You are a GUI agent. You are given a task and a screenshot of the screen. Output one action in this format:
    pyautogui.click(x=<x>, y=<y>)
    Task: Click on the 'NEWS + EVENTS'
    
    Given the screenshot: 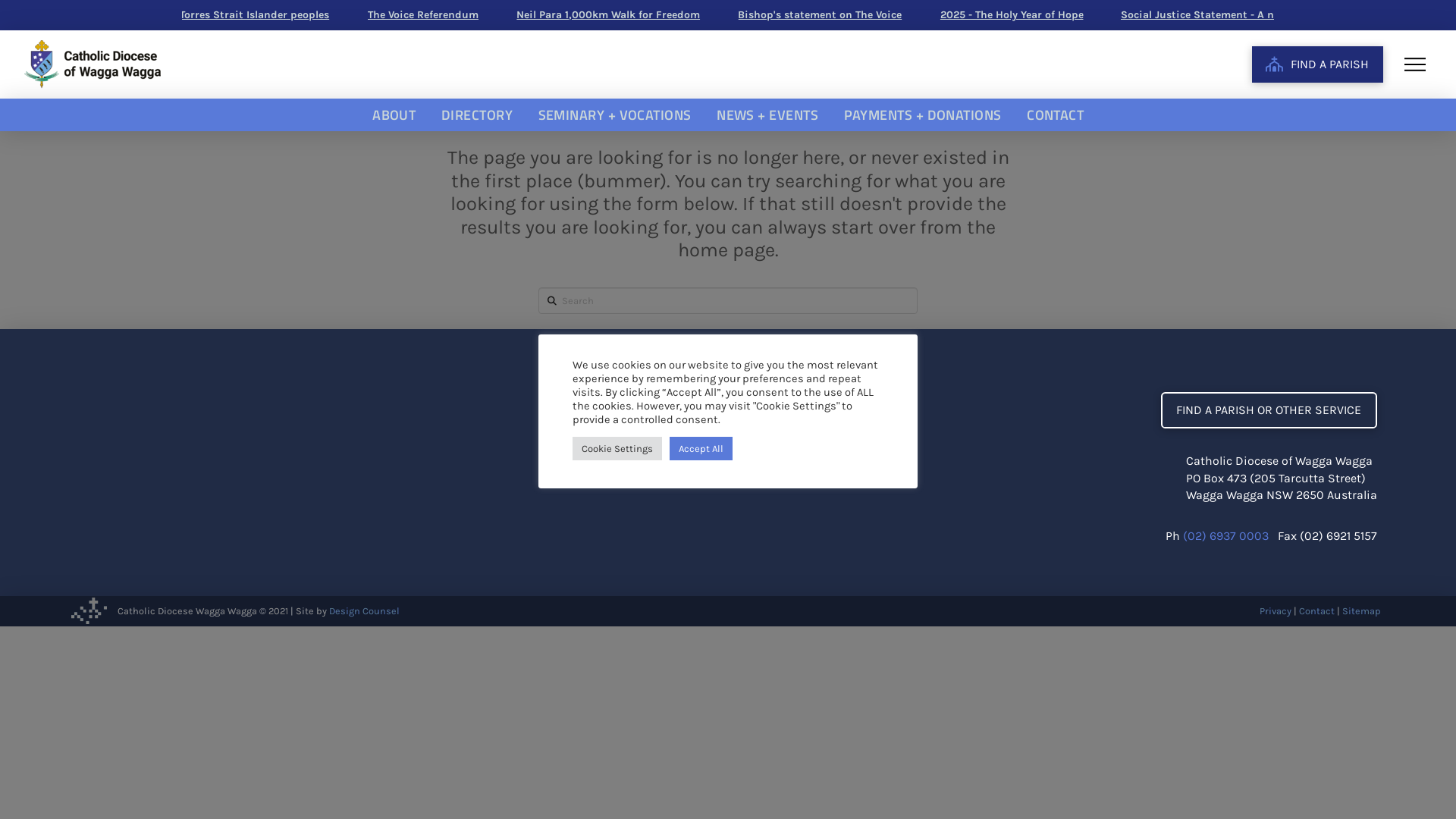 What is the action you would take?
    pyautogui.click(x=702, y=114)
    